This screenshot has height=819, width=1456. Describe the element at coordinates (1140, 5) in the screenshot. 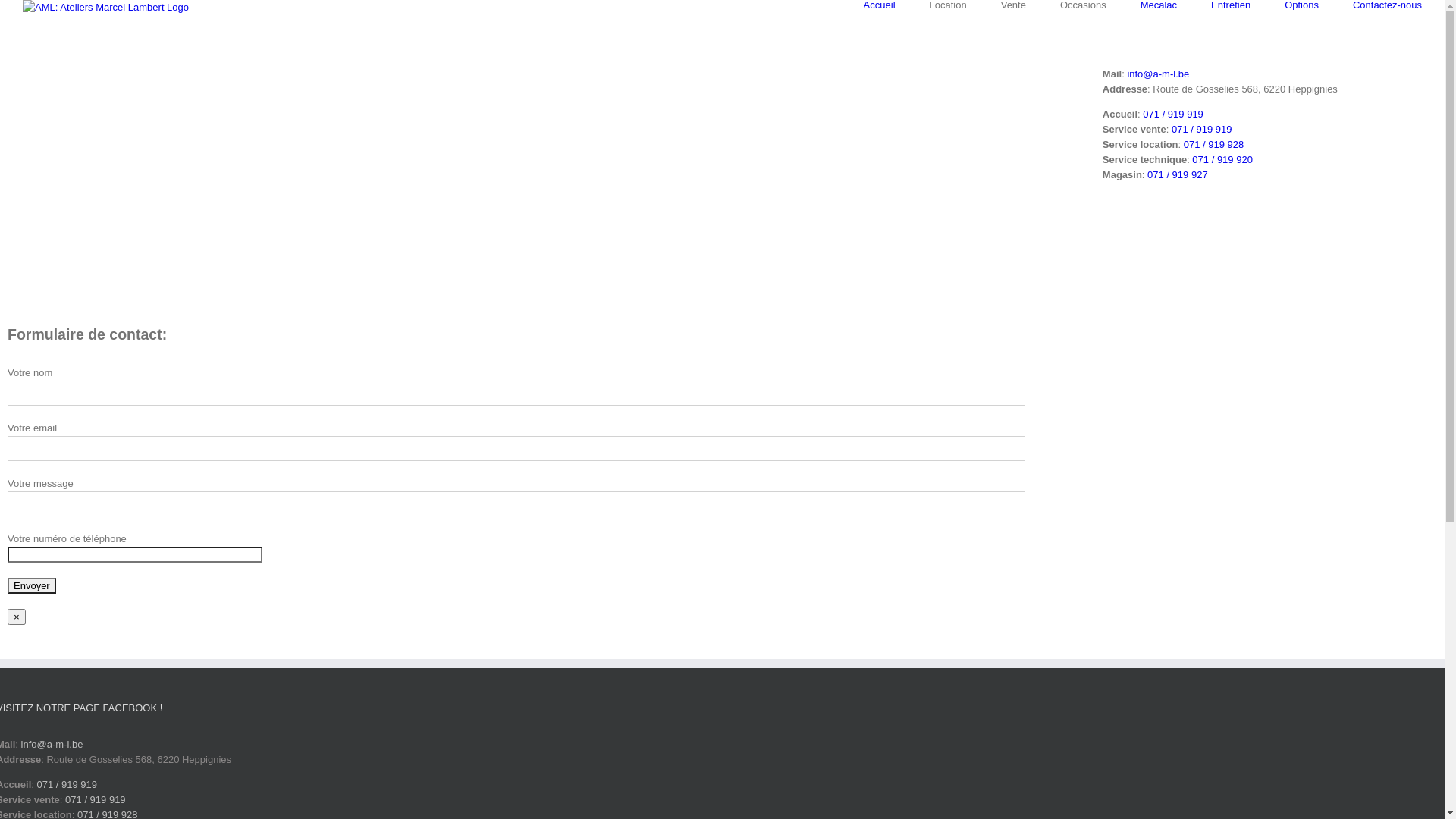

I see `'Mecalac'` at that location.